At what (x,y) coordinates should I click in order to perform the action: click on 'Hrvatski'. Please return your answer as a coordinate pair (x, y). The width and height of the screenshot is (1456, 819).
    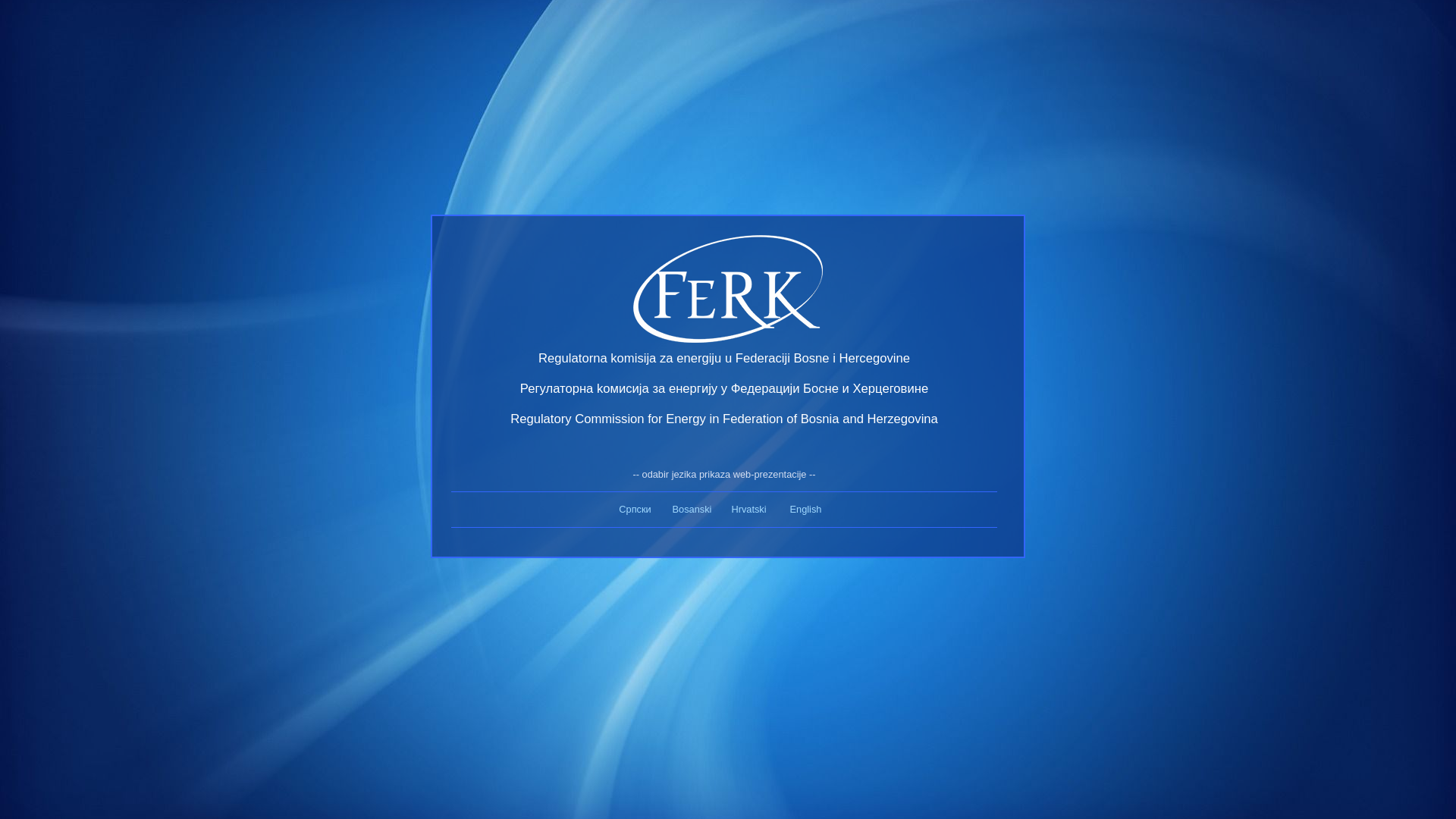
    Looking at the image, I should click on (748, 509).